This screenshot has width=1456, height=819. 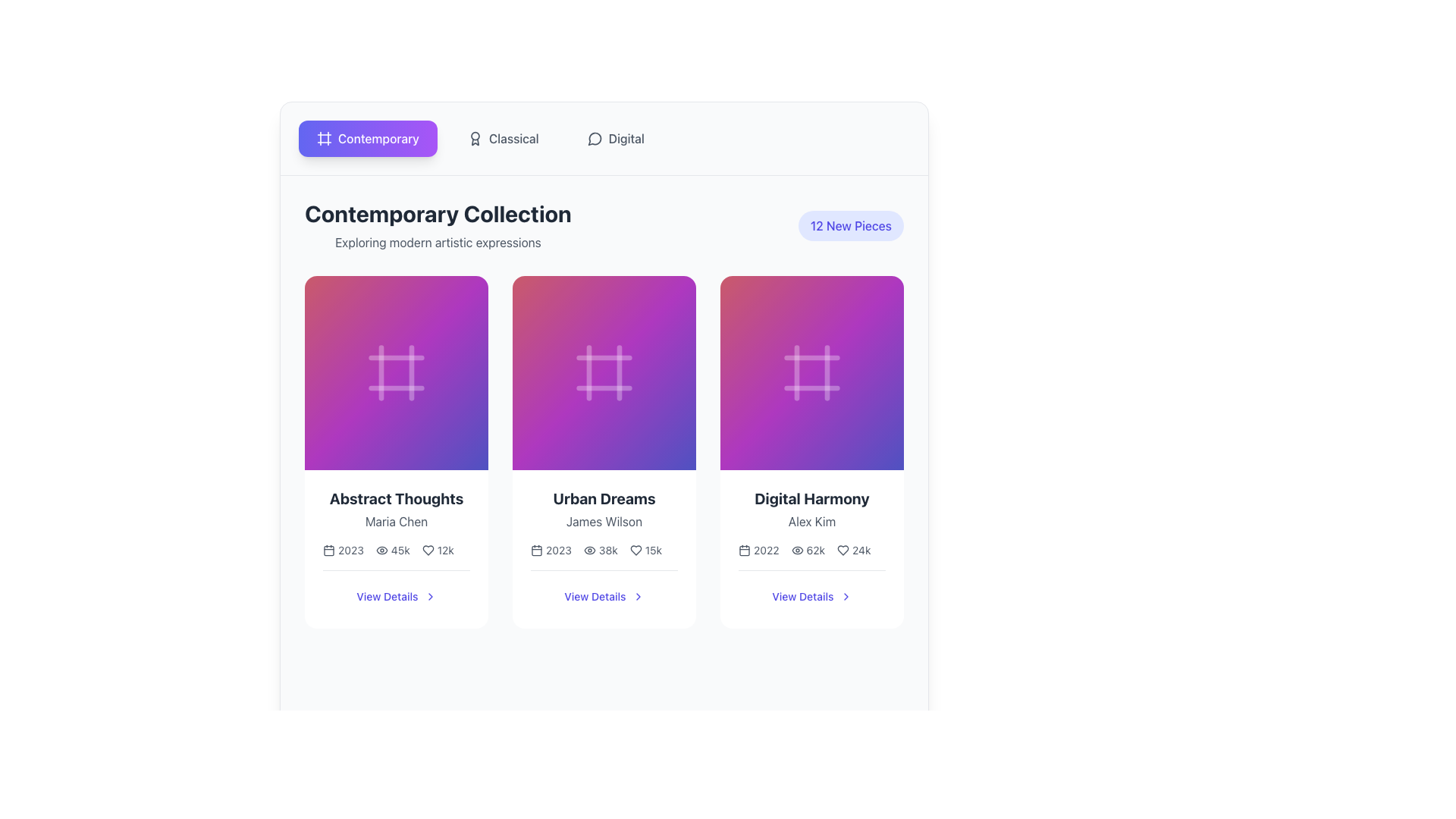 What do you see at coordinates (851, 225) in the screenshot?
I see `the text label displaying '12 New Pieces' located in the top-right region near the 'Contemporary Collection' title, which is part of a rounded rectangular badge with a light indigo background` at bounding box center [851, 225].